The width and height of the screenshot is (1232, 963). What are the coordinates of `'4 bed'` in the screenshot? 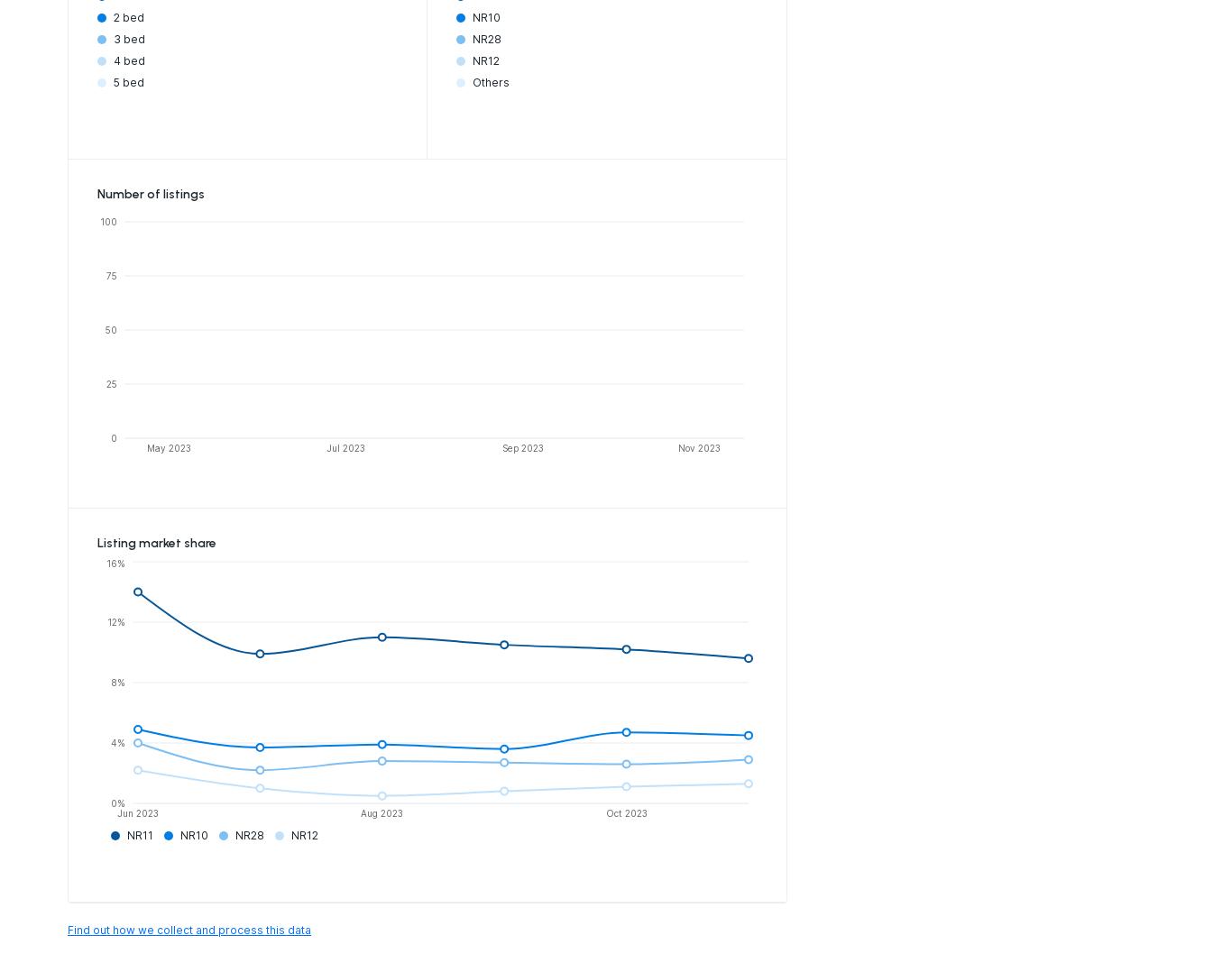 It's located at (112, 59).